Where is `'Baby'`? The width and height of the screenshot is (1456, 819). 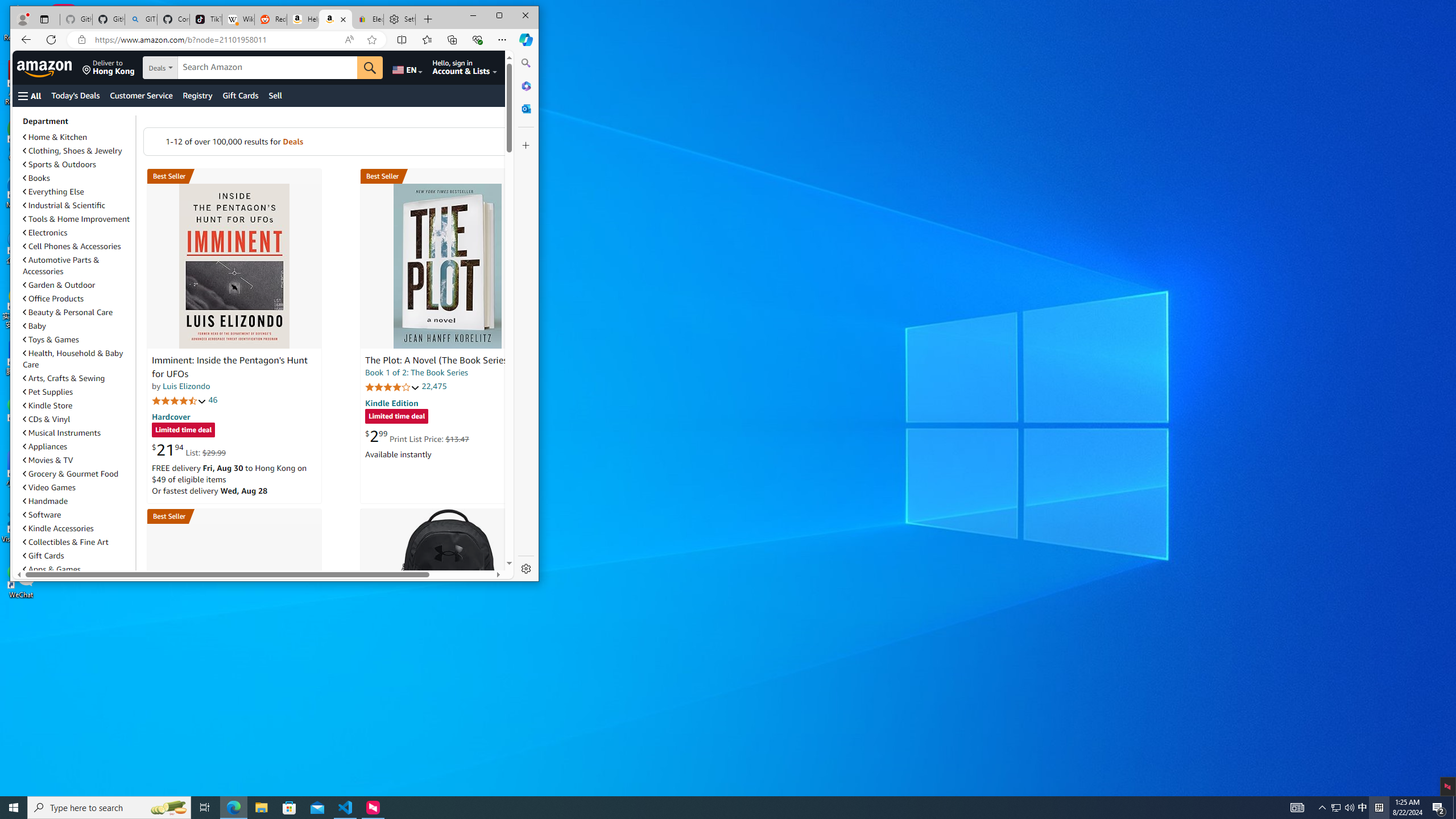 'Baby' is located at coordinates (77, 325).